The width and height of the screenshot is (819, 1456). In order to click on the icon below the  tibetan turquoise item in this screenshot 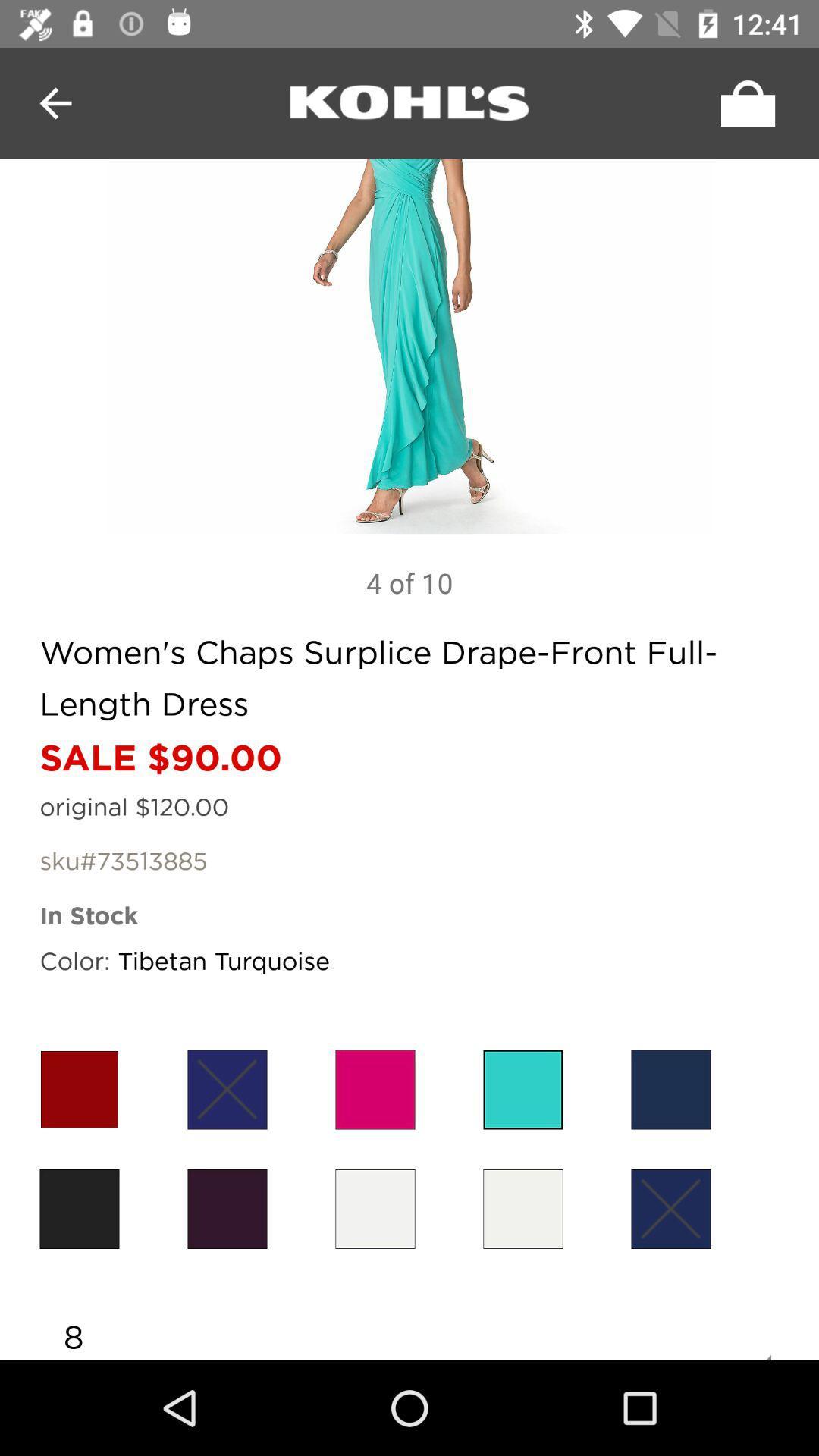, I will do `click(227, 1088)`.